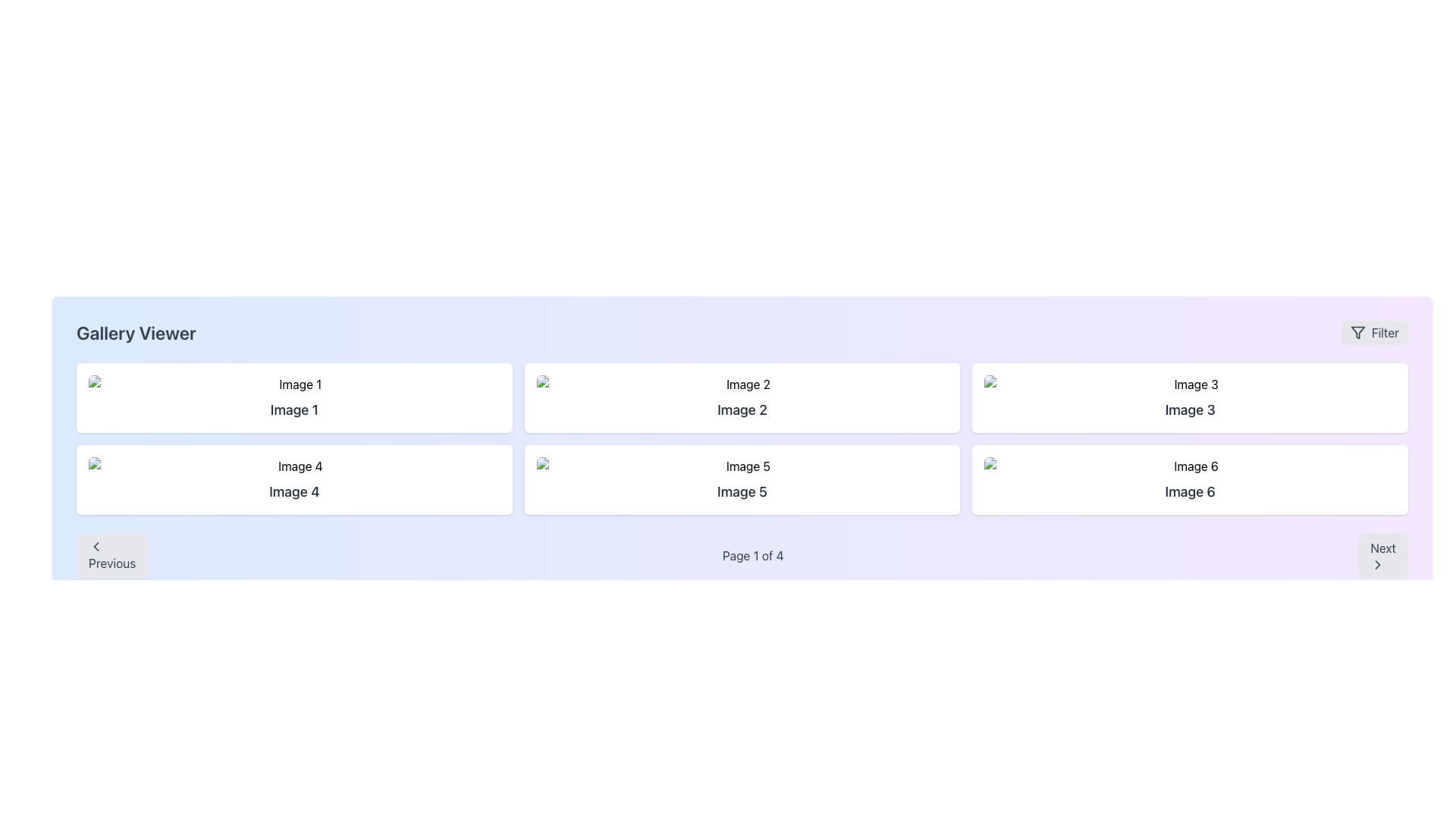 This screenshot has height=819, width=1456. I want to click on the Text Label that describes the associated image in the card, so click(742, 409).